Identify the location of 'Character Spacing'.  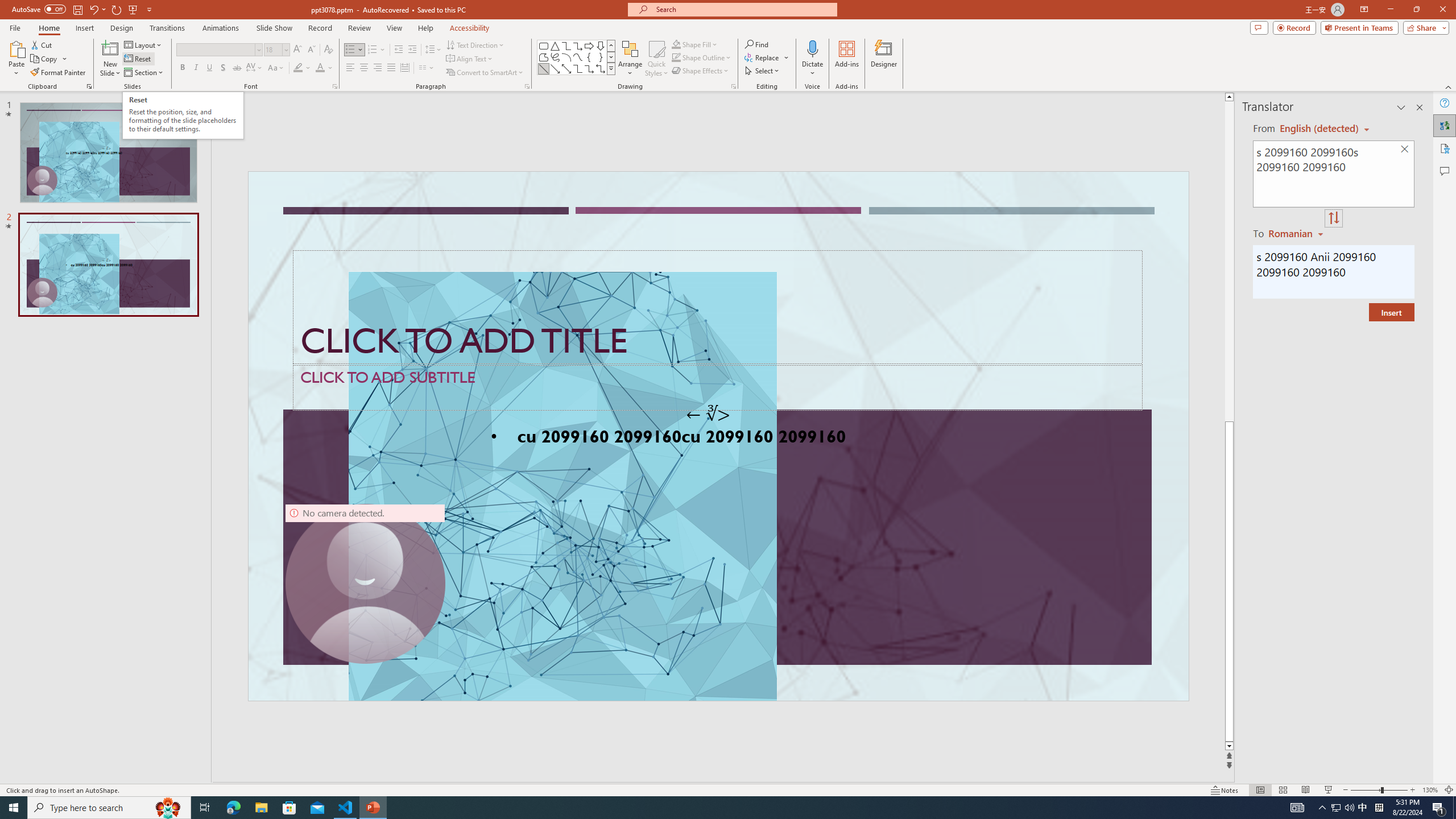
(255, 67).